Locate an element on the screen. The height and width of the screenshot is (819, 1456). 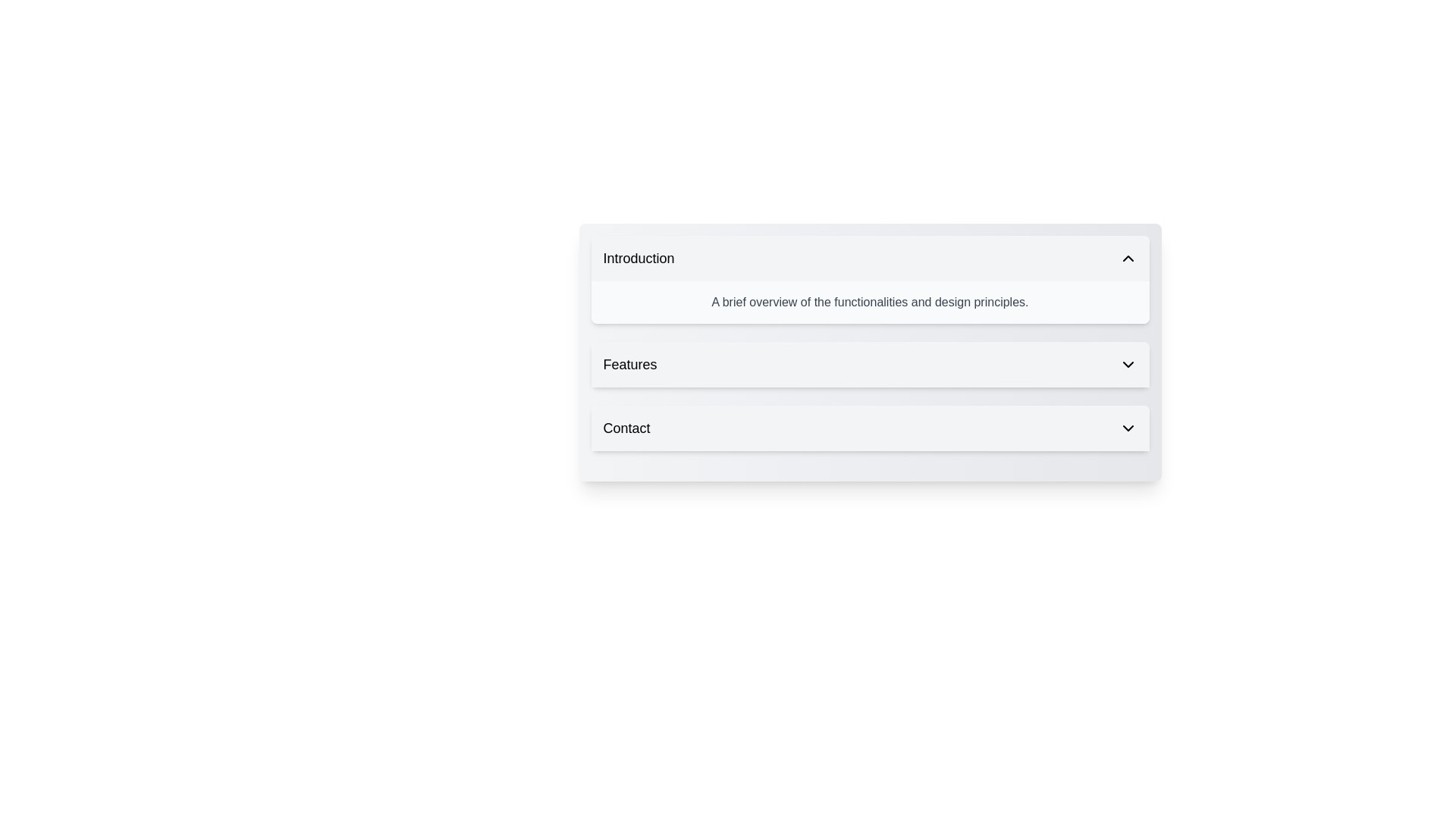
the downward chevron arrow icon located at the far-right end of the 'Contact' section header is located at coordinates (1128, 428).